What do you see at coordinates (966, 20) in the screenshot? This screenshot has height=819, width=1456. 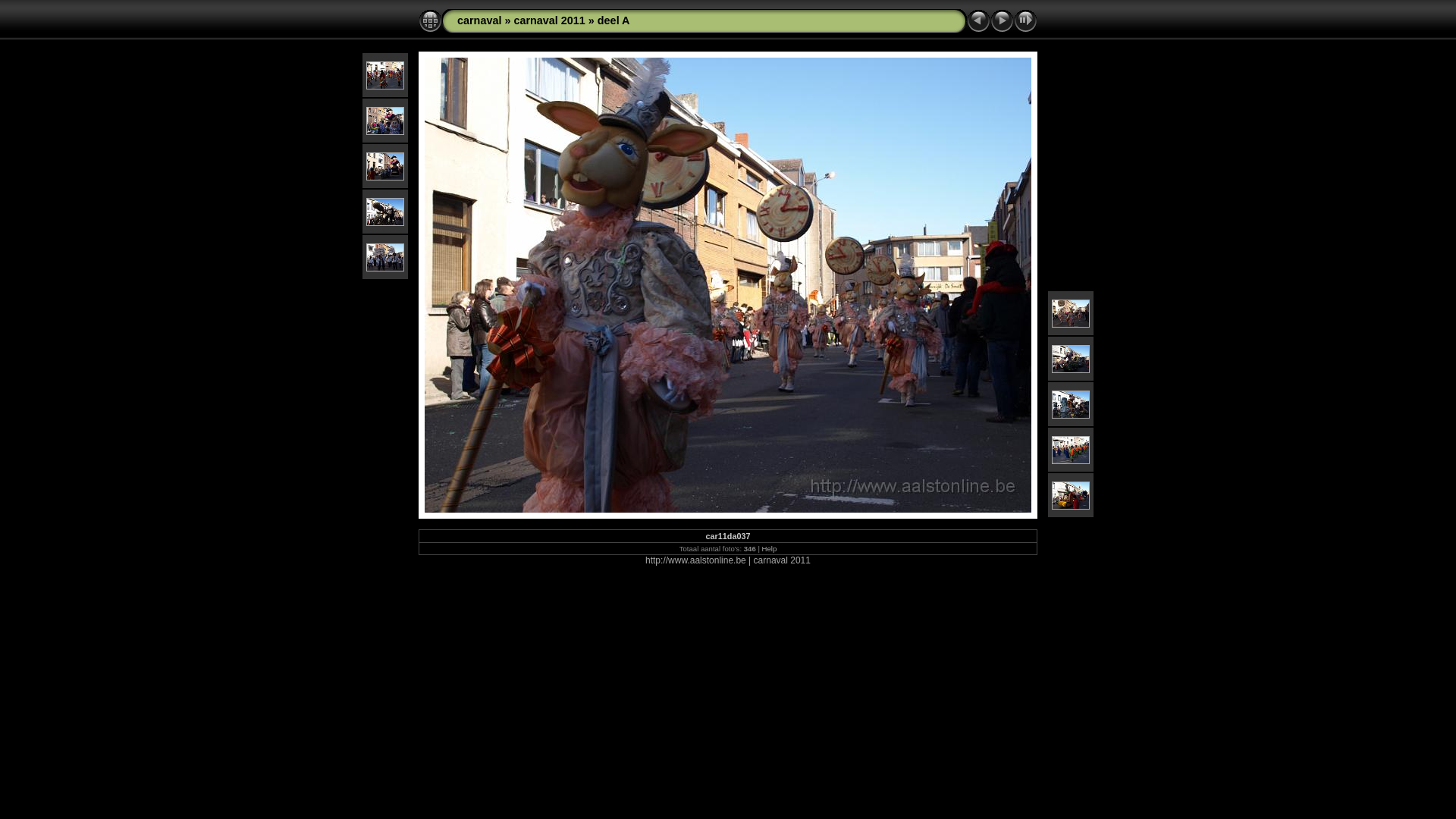 I see `' Vorige foto '` at bounding box center [966, 20].